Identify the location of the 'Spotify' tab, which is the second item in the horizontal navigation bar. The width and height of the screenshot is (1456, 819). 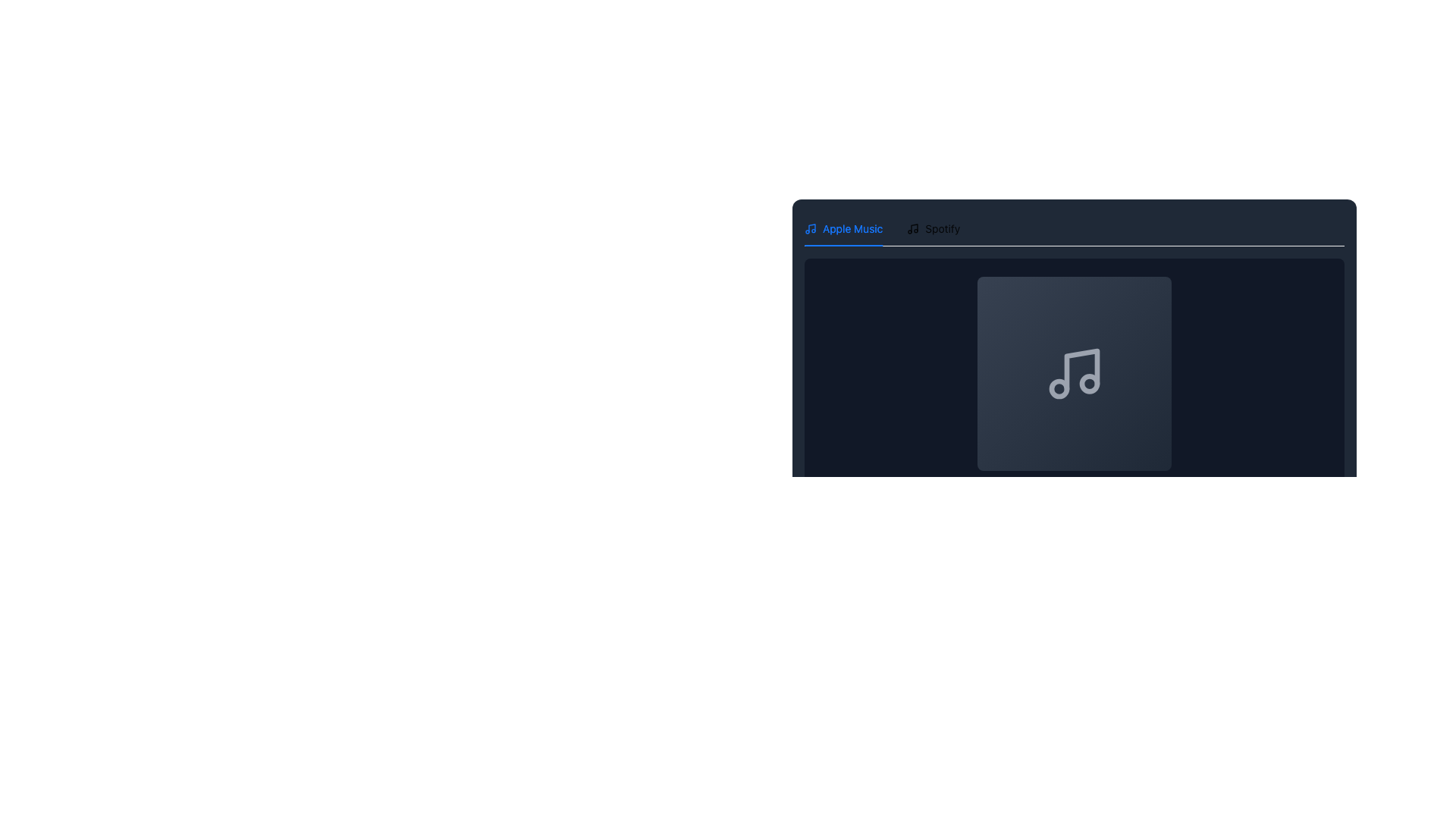
(933, 228).